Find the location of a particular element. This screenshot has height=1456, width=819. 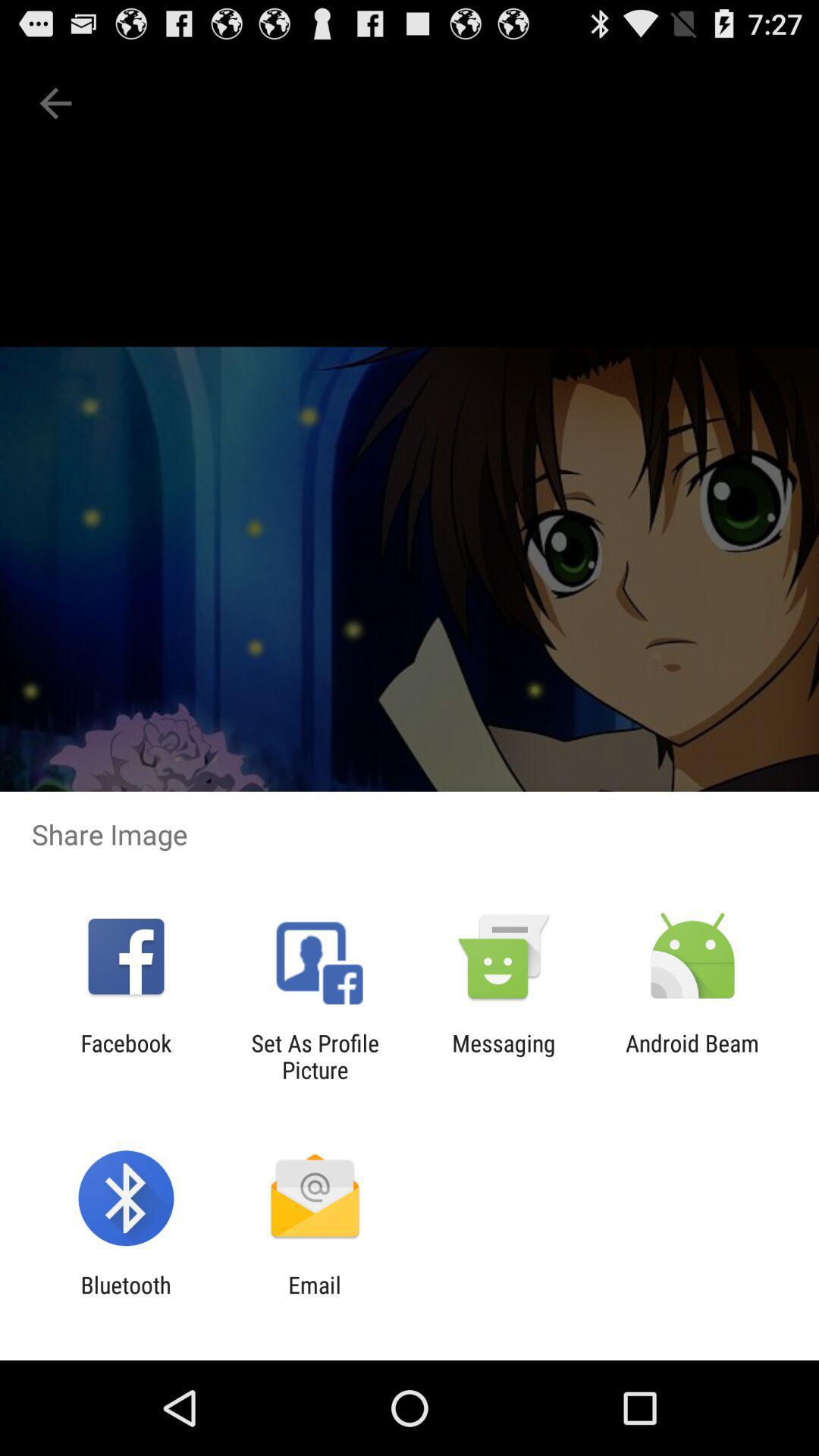

app to the right of the set as profile icon is located at coordinates (504, 1056).